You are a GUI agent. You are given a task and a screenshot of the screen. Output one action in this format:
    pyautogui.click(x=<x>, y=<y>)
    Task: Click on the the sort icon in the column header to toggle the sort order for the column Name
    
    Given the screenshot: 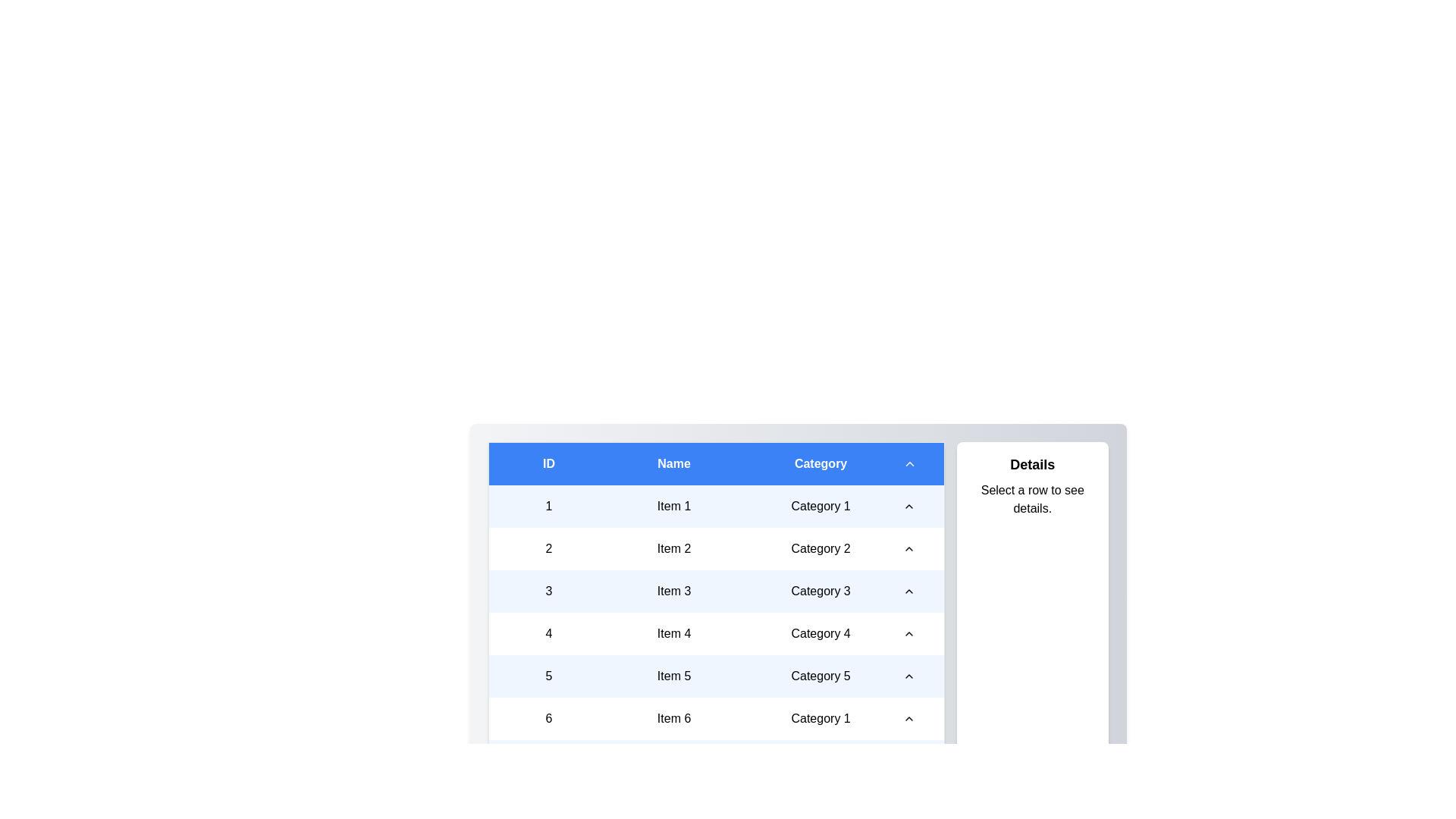 What is the action you would take?
    pyautogui.click(x=673, y=463)
    